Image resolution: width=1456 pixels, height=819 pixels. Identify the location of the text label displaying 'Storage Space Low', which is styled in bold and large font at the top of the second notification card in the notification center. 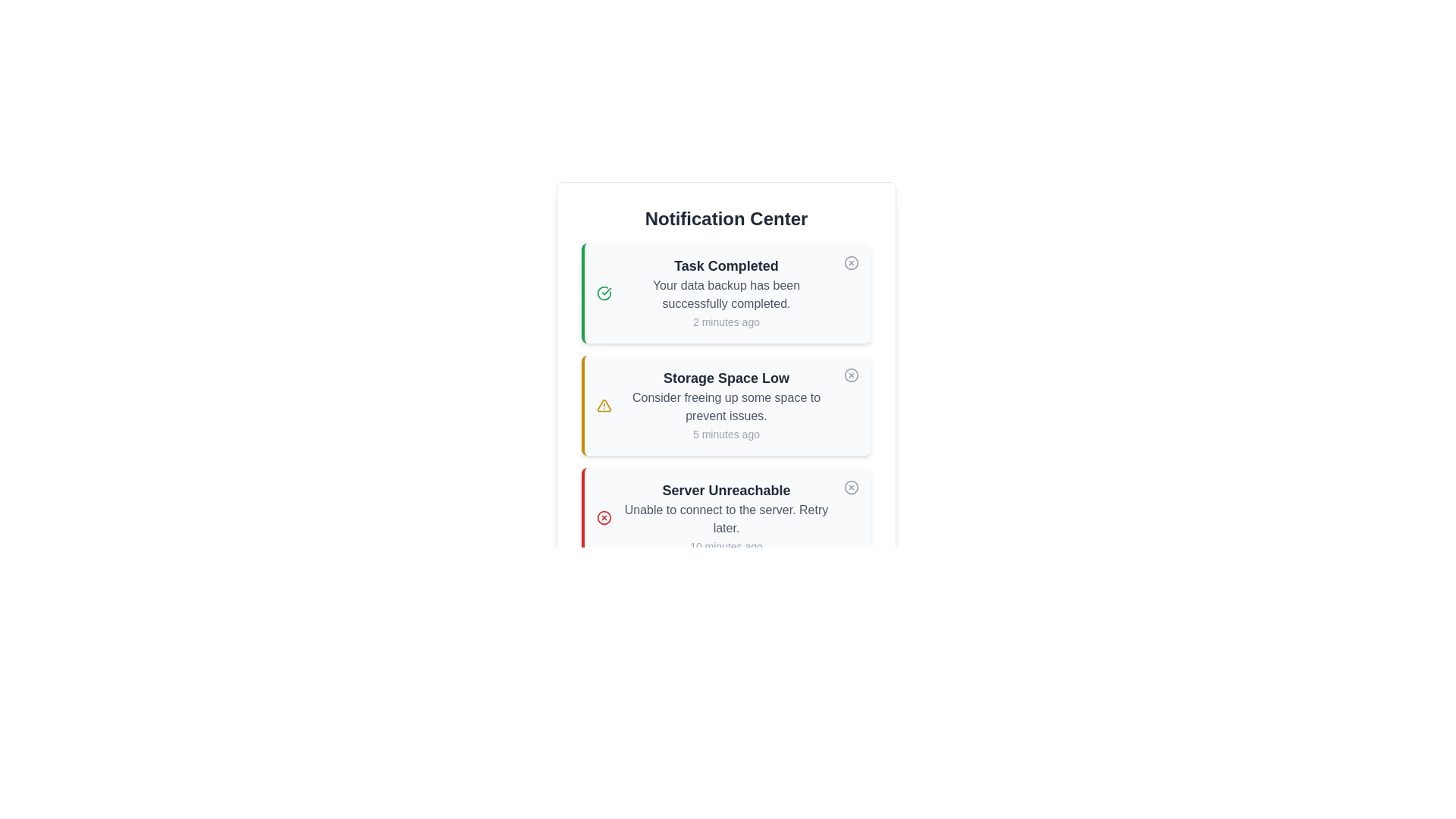
(726, 377).